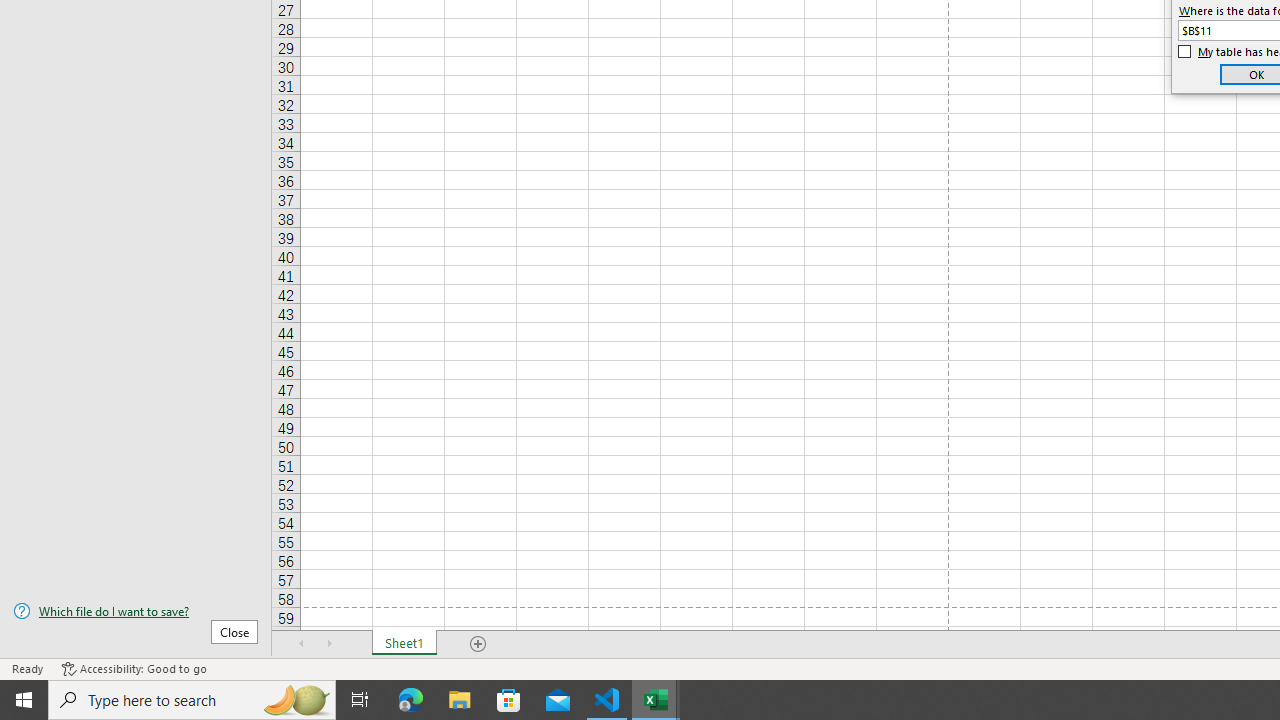 This screenshot has height=720, width=1280. I want to click on 'Scroll Right', so click(330, 644).